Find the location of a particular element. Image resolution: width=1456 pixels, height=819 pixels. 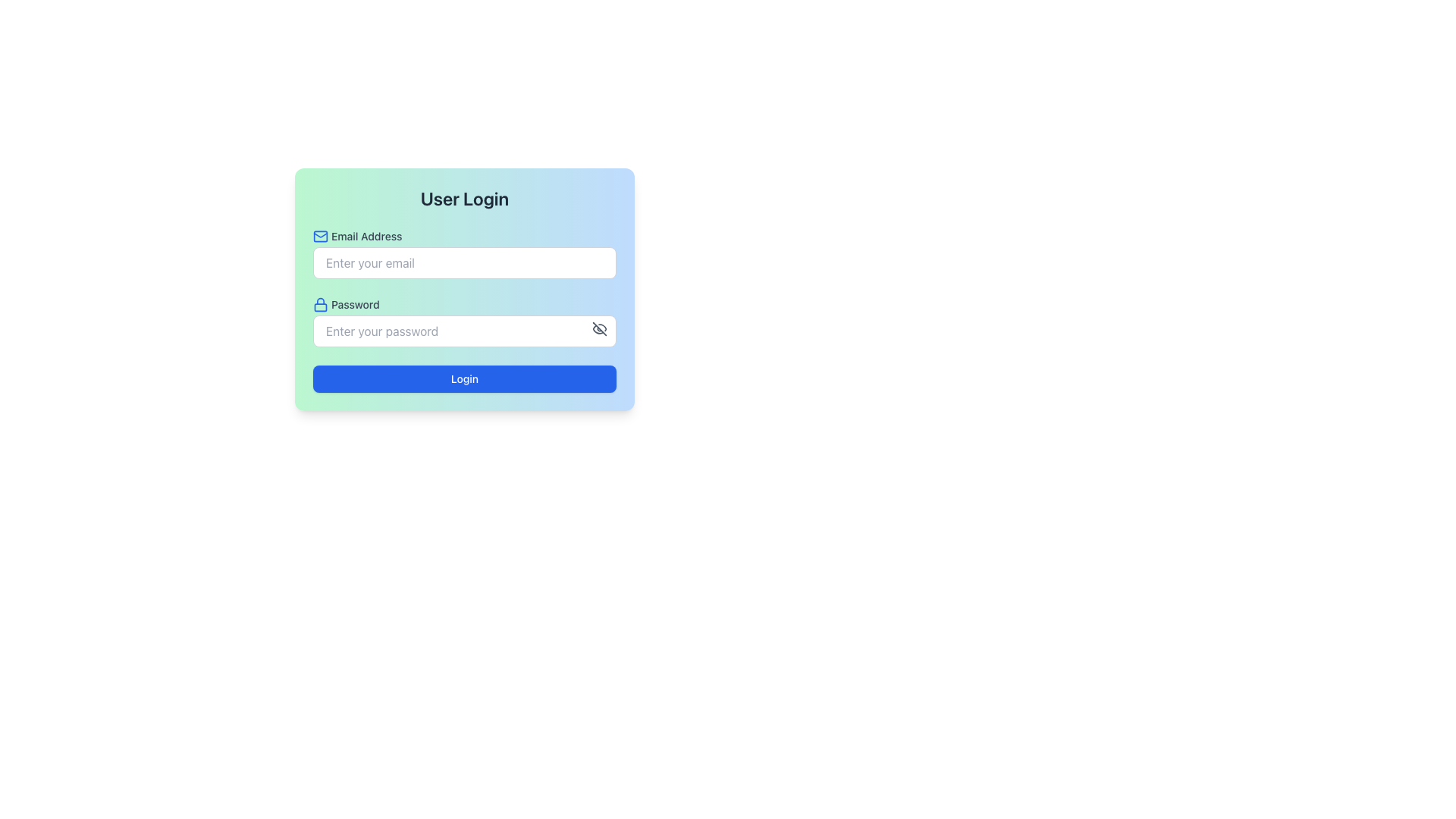

the eye-shaped icon within the password input field that symbolizes the 'hide password' functionality is located at coordinates (599, 328).